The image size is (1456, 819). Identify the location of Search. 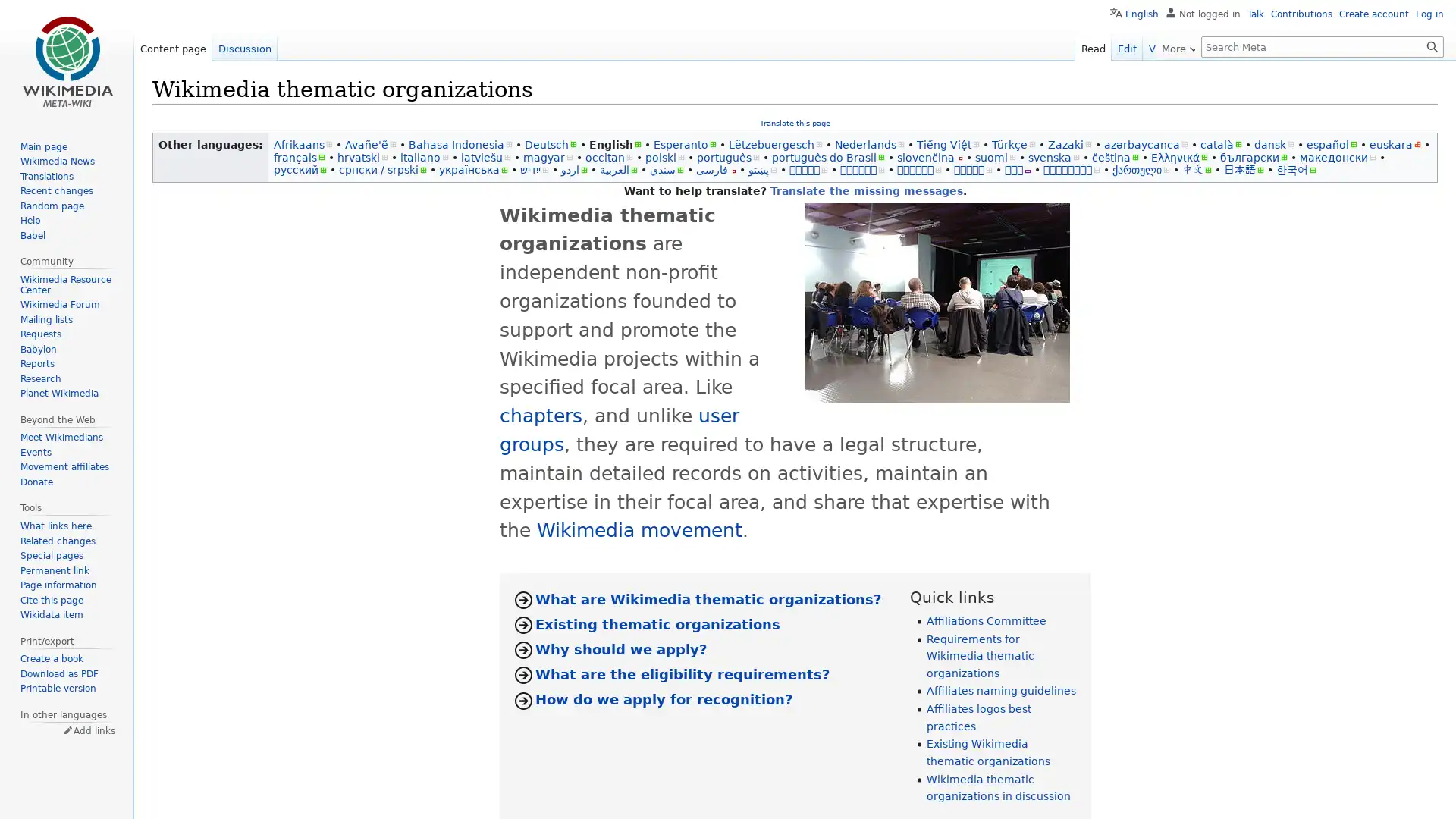
(1432, 45).